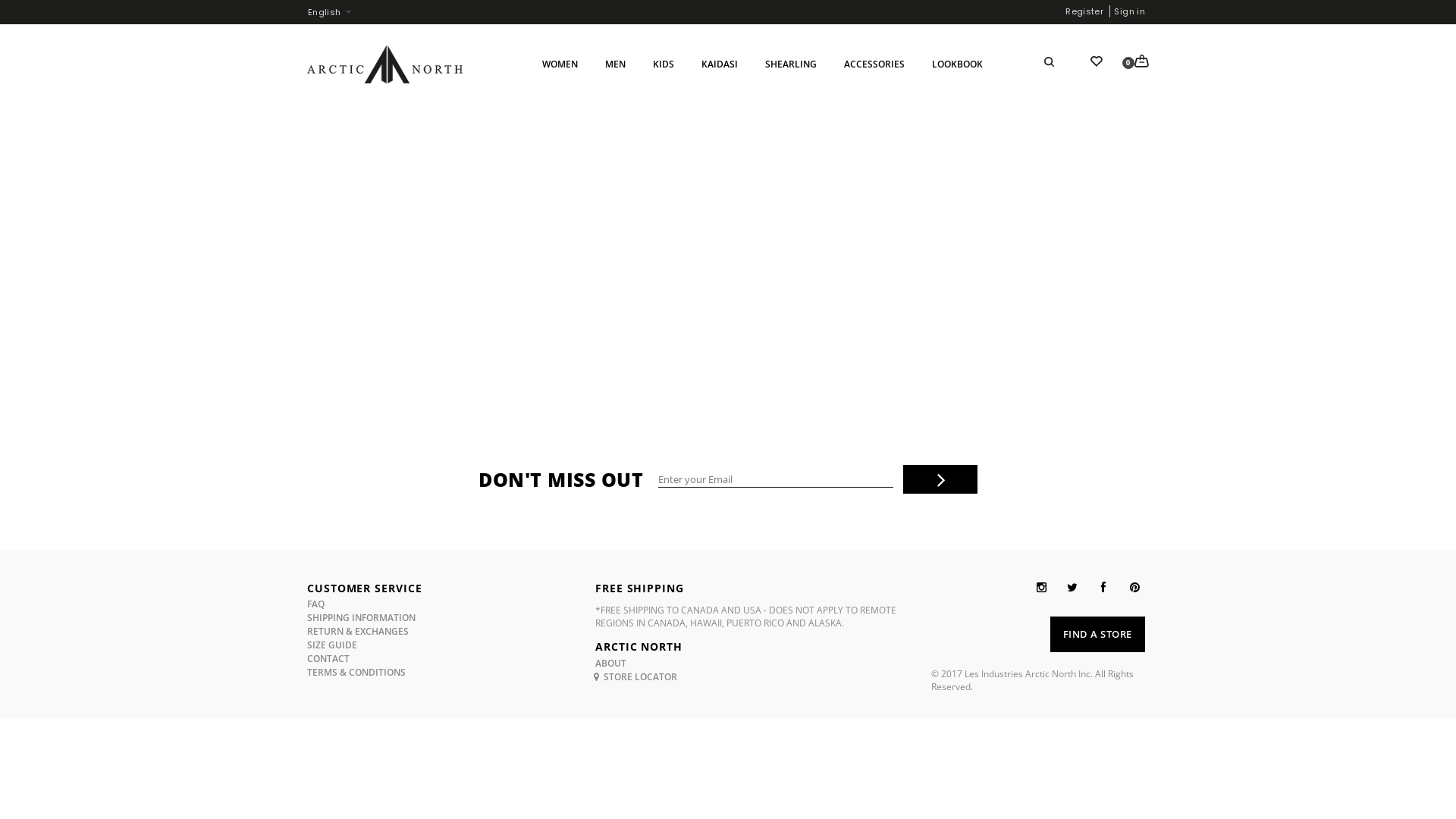 This screenshot has height=819, width=1456. I want to click on '  STORE LOCATOR', so click(636, 676).